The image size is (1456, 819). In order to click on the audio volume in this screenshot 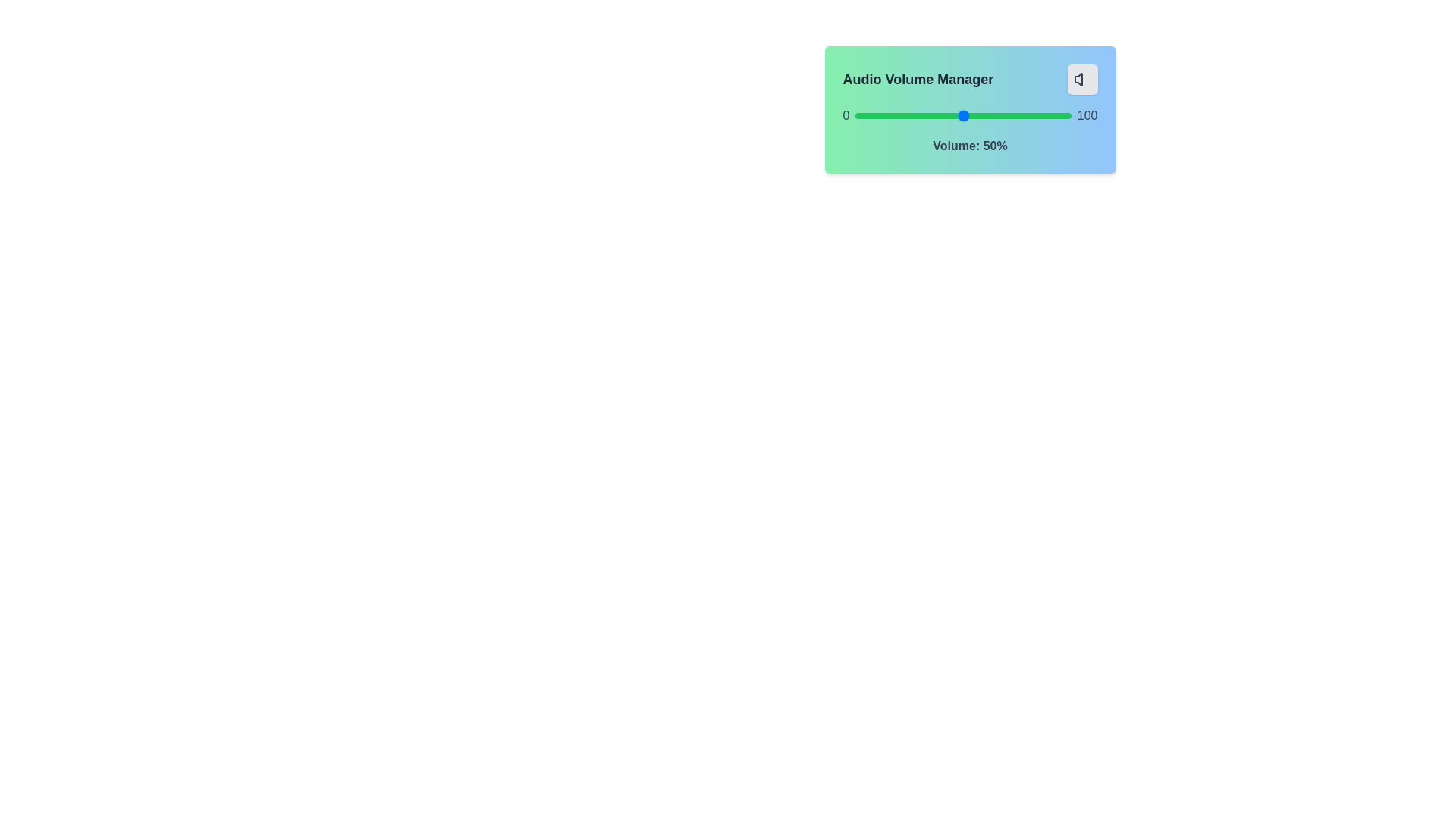, I will do `click(890, 115)`.